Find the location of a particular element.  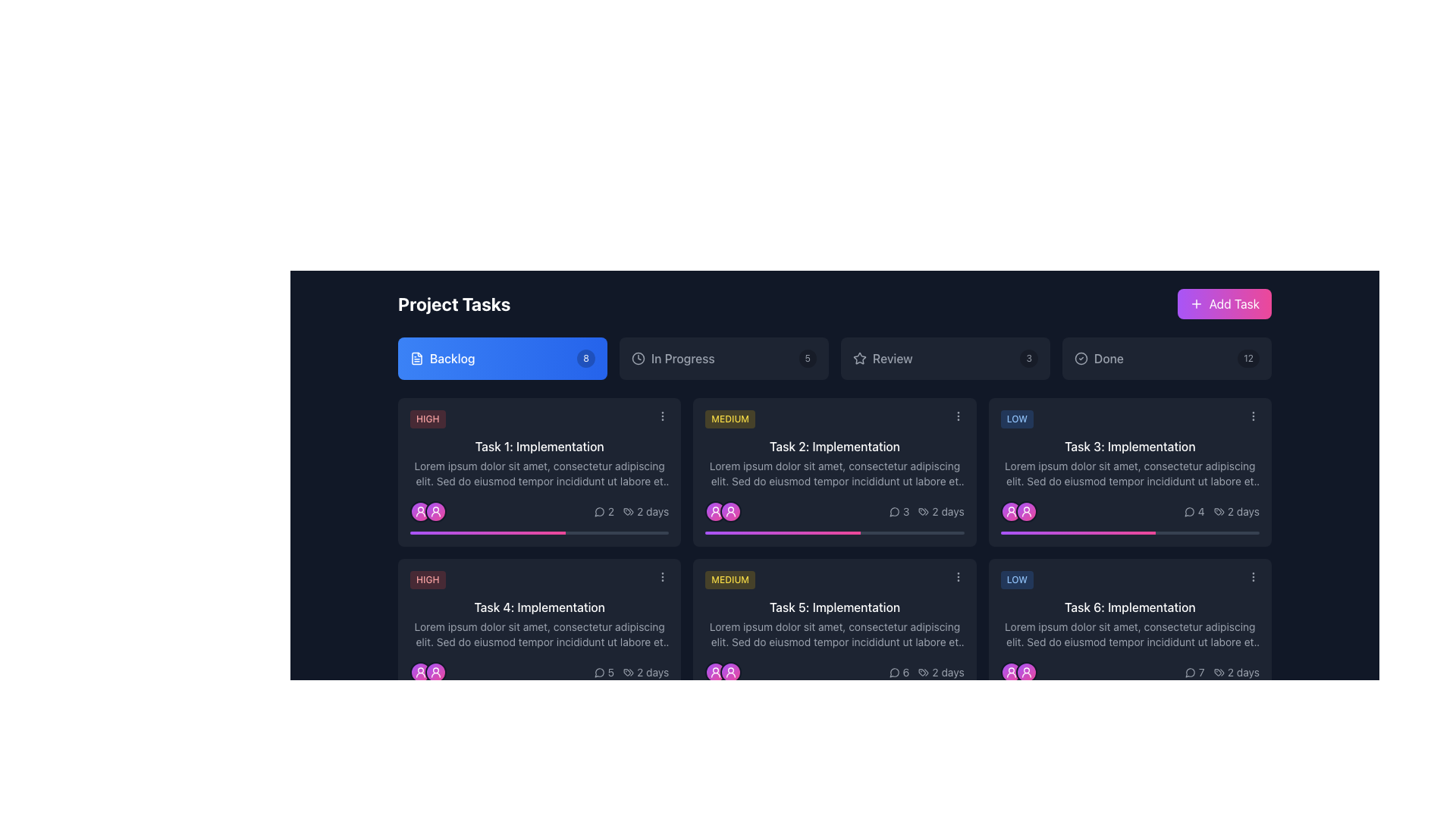

the Text label that indicates a time duration of '2 days' located in the bottom-right corner of the 'Task 4: Implementation' box in the task grid is located at coordinates (646, 672).